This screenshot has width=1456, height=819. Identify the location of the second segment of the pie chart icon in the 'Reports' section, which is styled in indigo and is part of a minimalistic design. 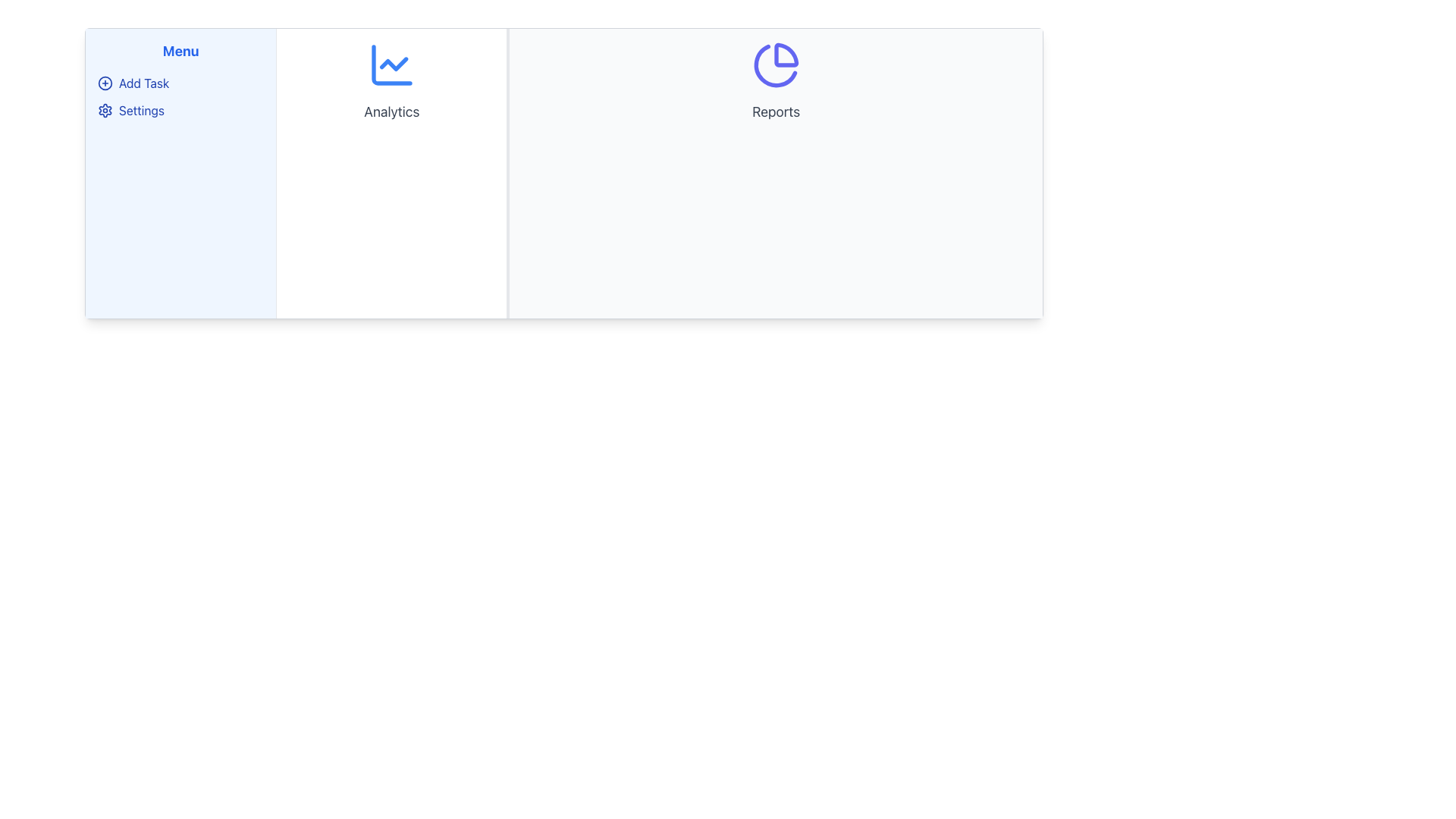
(775, 65).